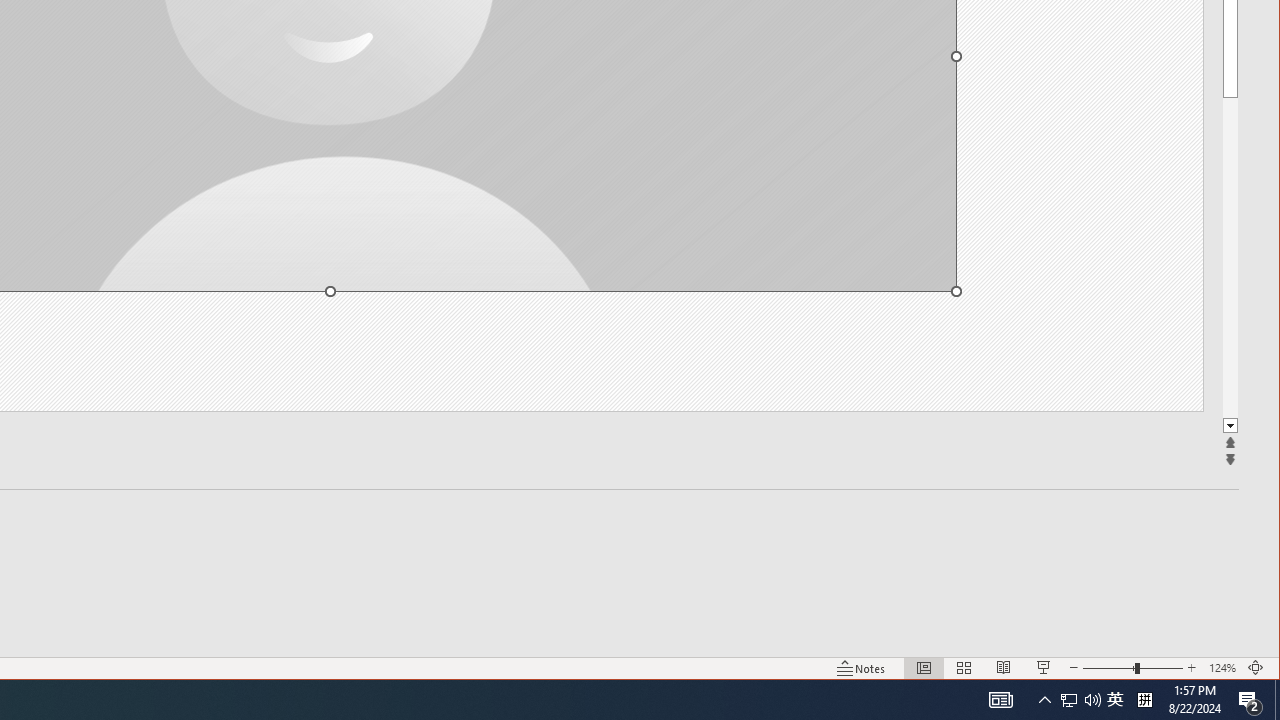 The height and width of the screenshot is (720, 1280). Describe the element at coordinates (1250, 698) in the screenshot. I see `'Action Center, 2 new notifications'` at that location.